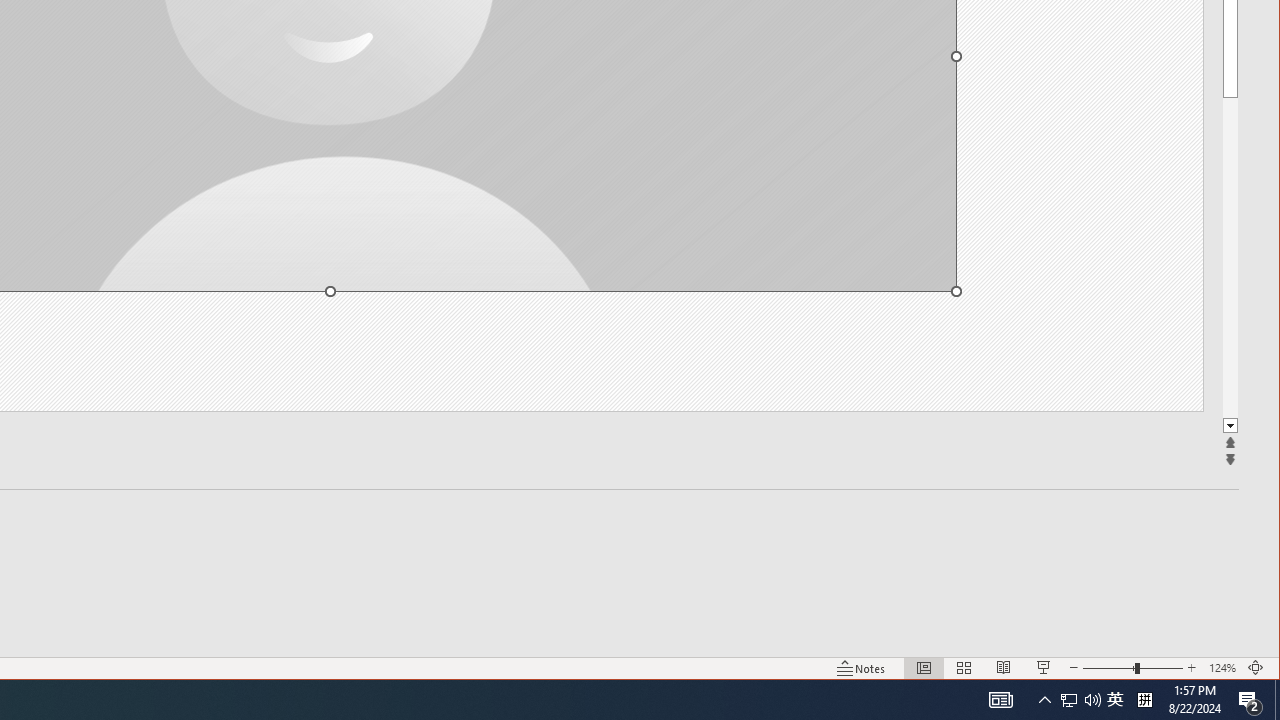 The height and width of the screenshot is (720, 1280). Describe the element at coordinates (1250, 698) in the screenshot. I see `'Action Center, 2 new notifications'` at that location.